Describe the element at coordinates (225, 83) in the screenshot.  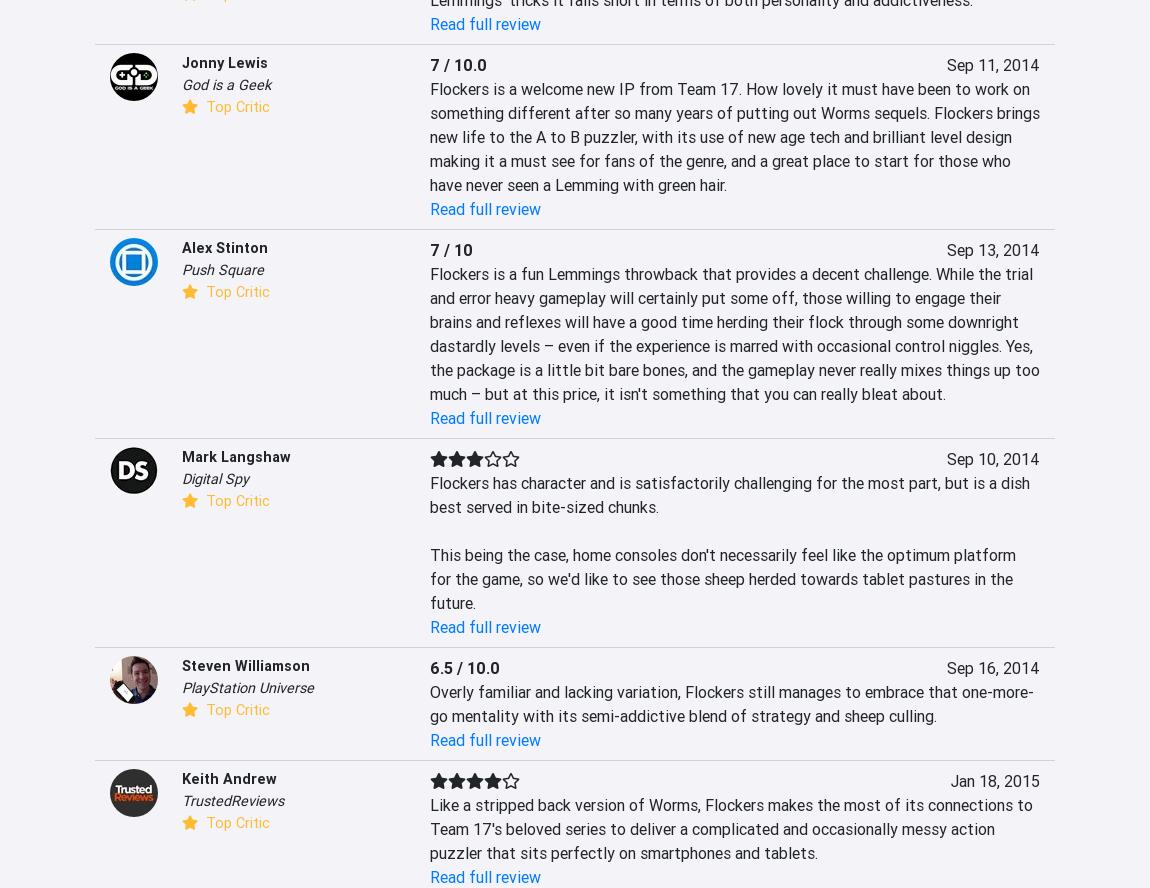
I see `'God is a Geek'` at that location.